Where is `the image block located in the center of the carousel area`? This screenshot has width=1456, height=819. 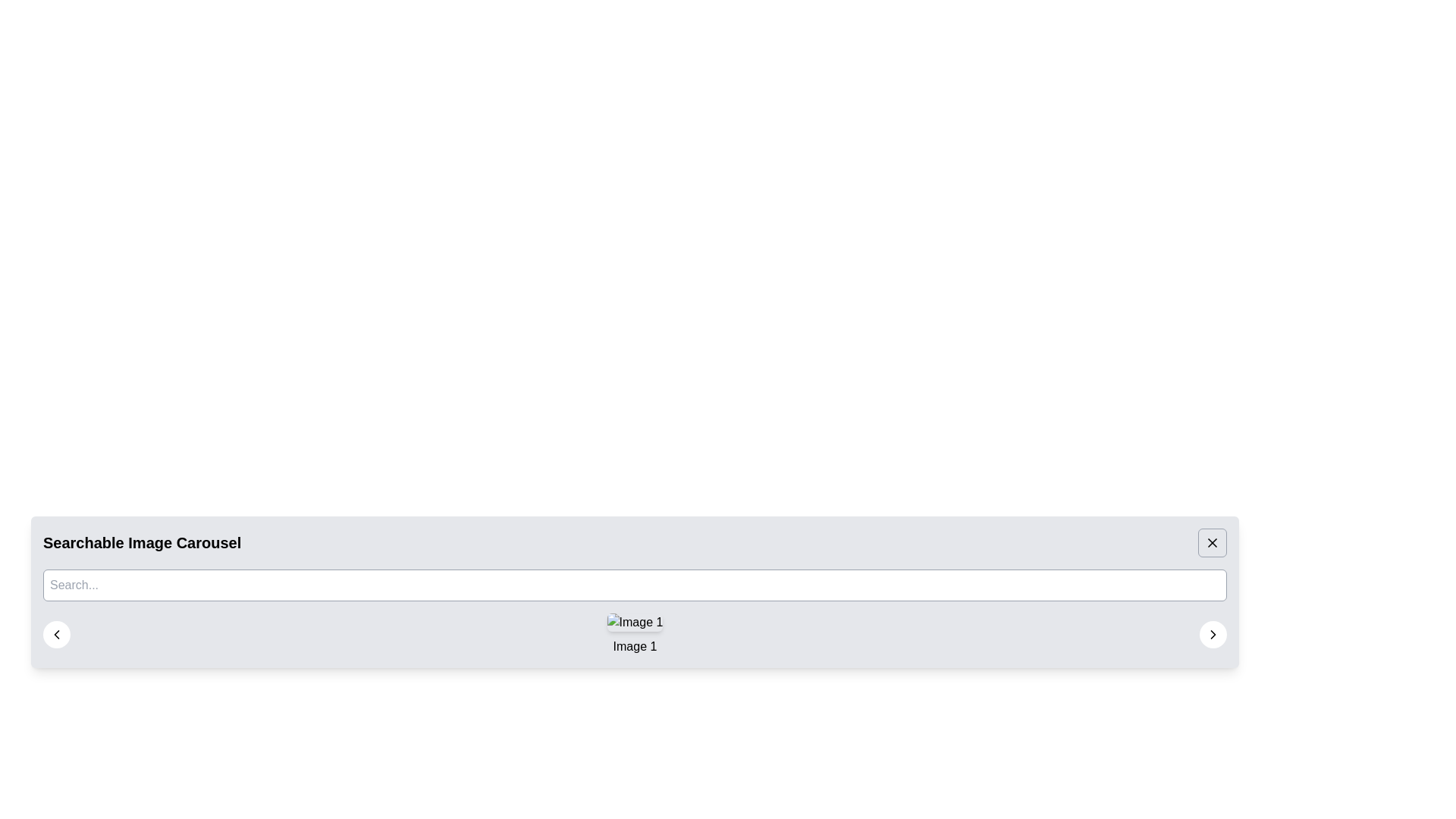 the image block located in the center of the carousel area is located at coordinates (635, 635).